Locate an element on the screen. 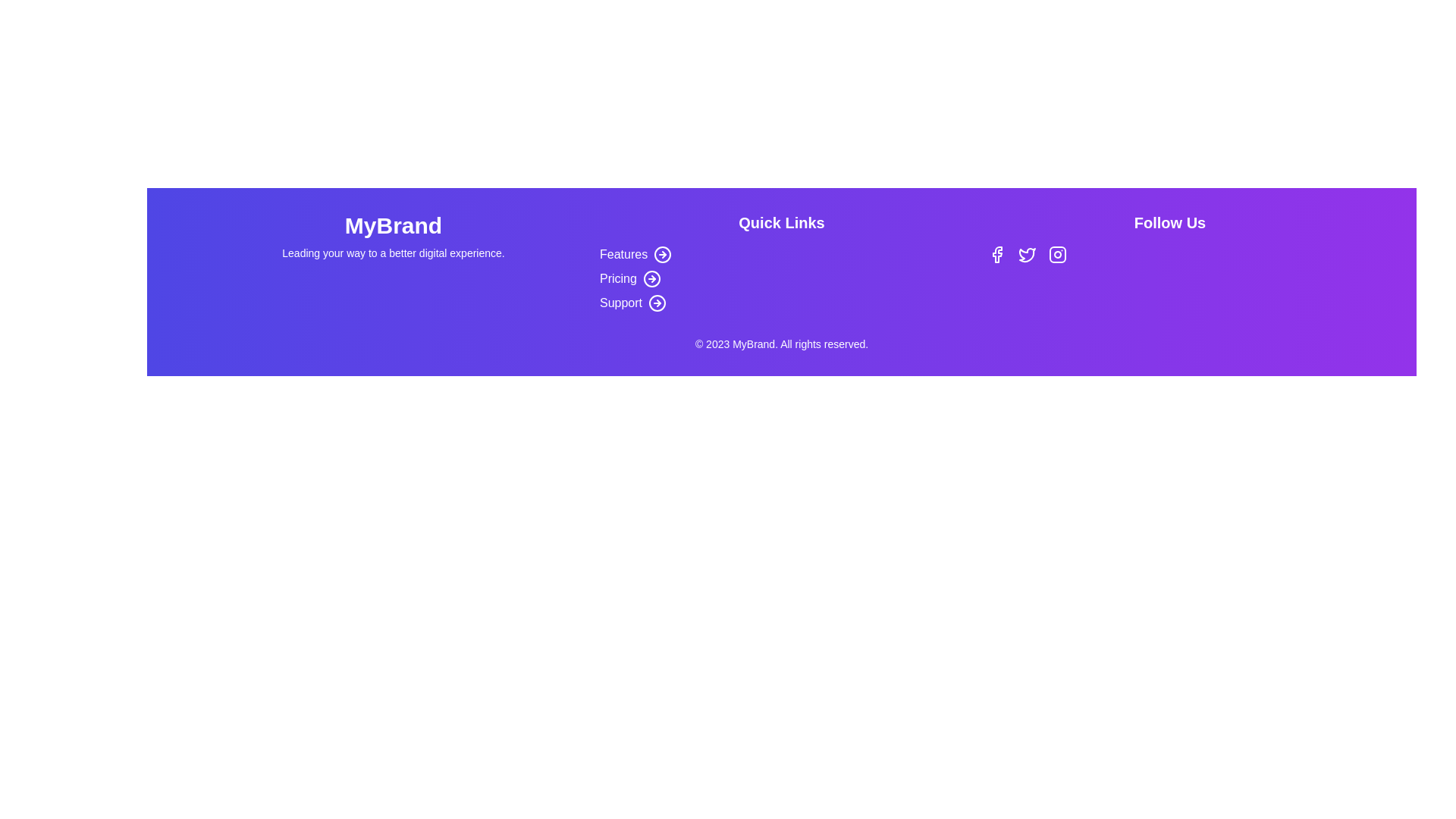 This screenshot has height=819, width=1456. the icon button, which is a circular outline with a rightward-pointing arrow, located to the right of the 'Support' text in the footer section of the webpage is located at coordinates (657, 303).